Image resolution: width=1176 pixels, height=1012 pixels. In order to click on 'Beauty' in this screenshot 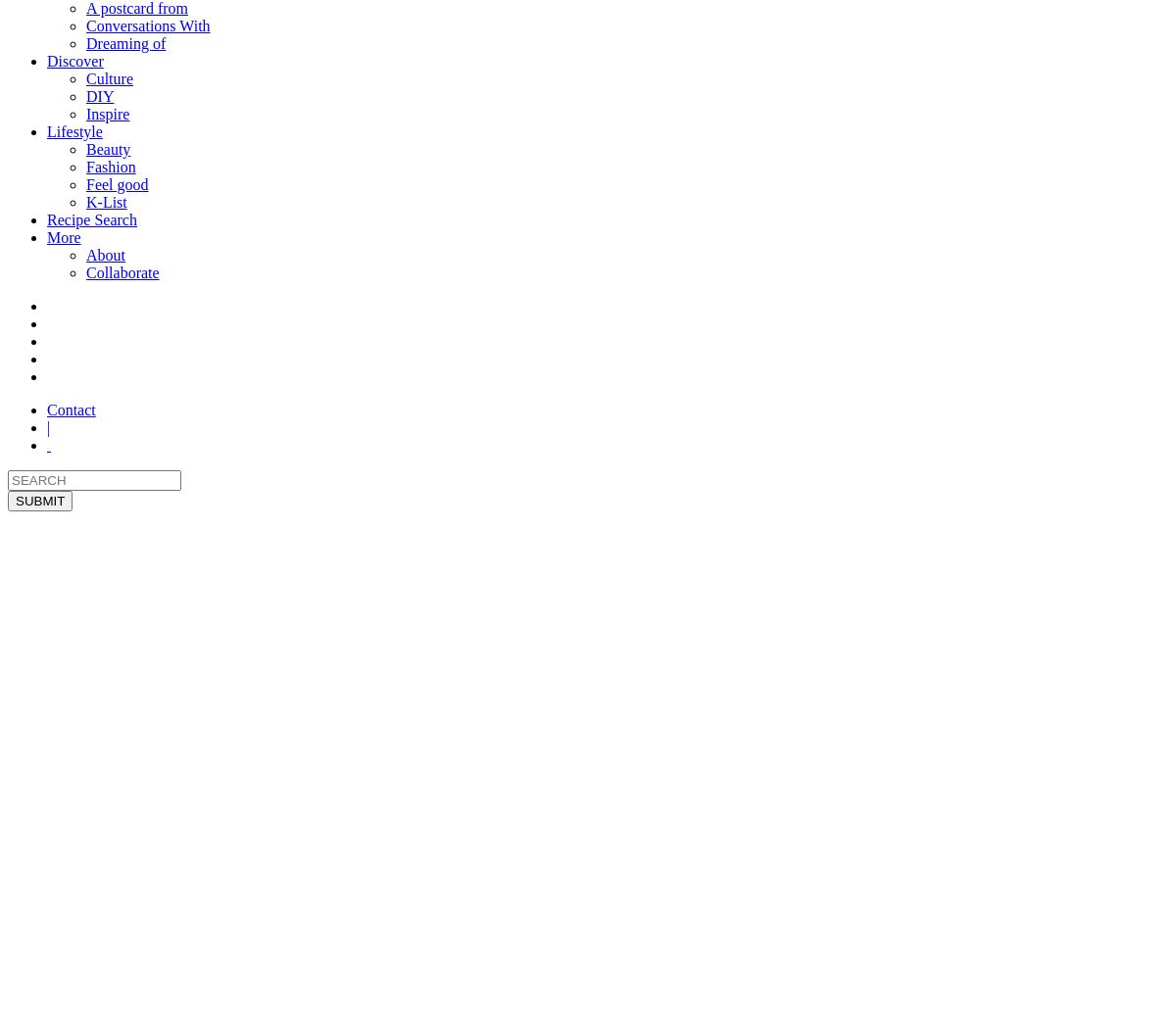, I will do `click(108, 149)`.